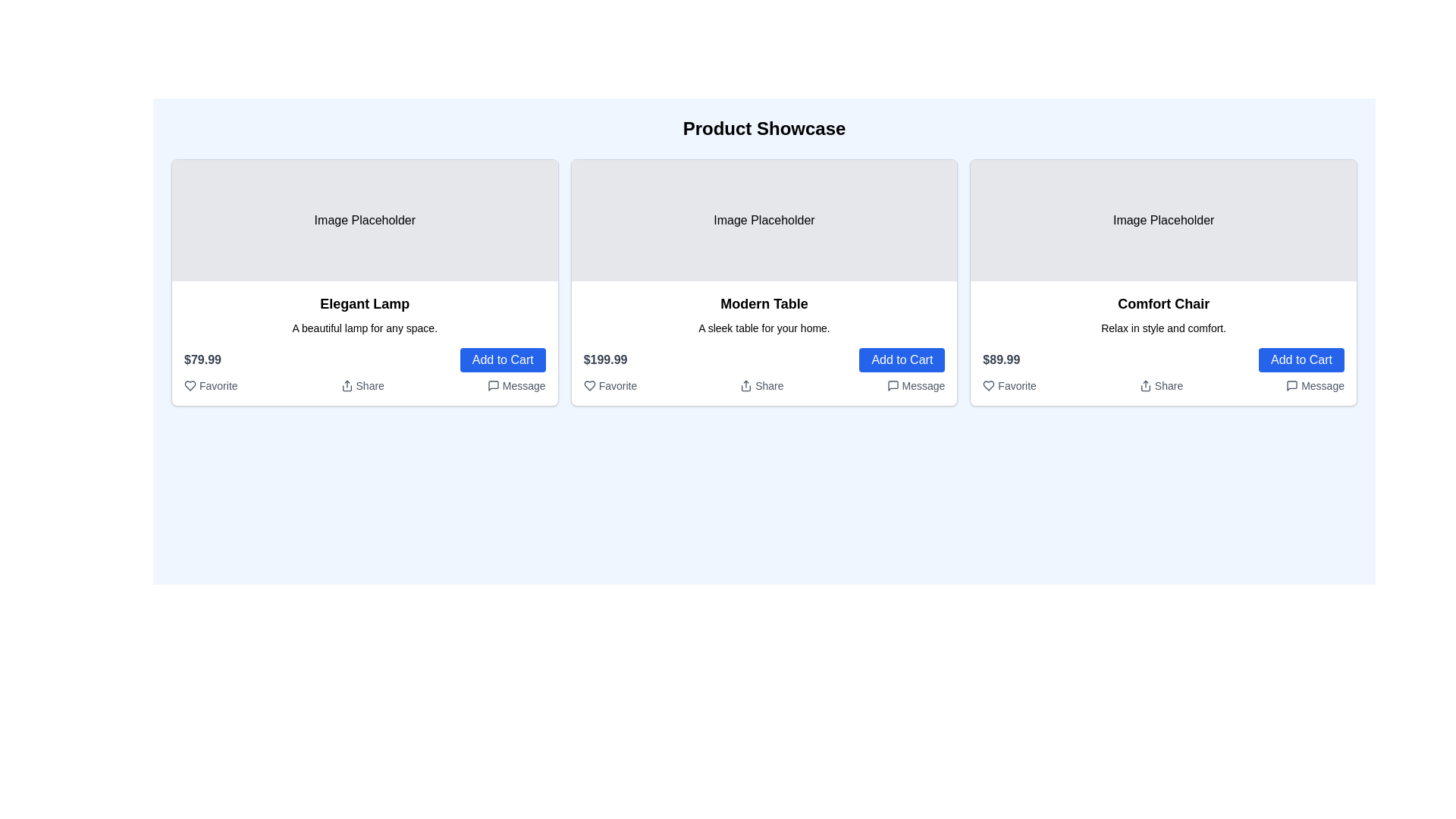 The width and height of the screenshot is (1456, 819). Describe the element at coordinates (516, 385) in the screenshot. I see `the 'Message' button located to the far right of the options 'Favorite' and 'Share'` at that location.